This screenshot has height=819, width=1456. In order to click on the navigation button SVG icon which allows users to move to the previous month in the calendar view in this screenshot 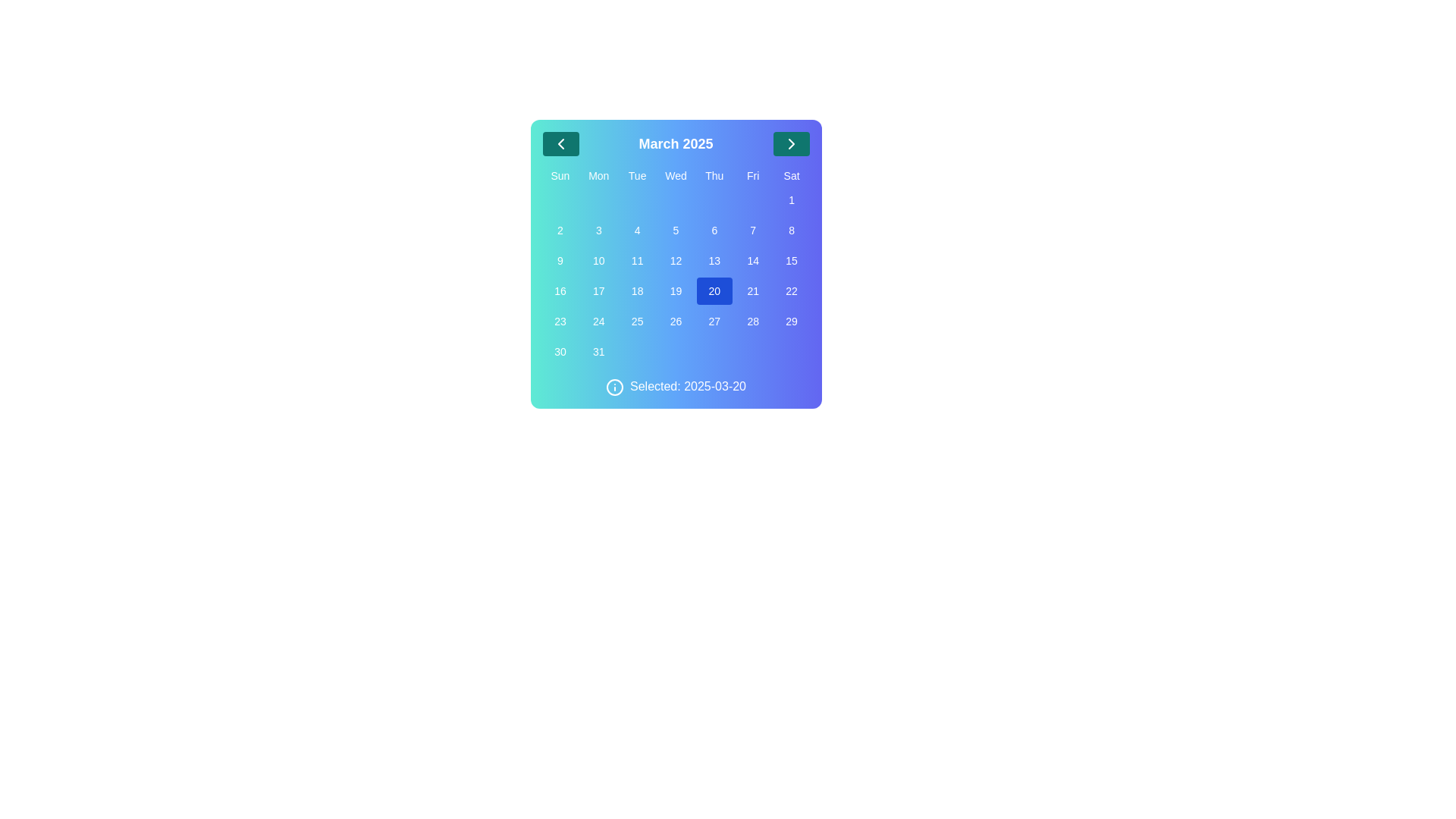, I will do `click(560, 143)`.